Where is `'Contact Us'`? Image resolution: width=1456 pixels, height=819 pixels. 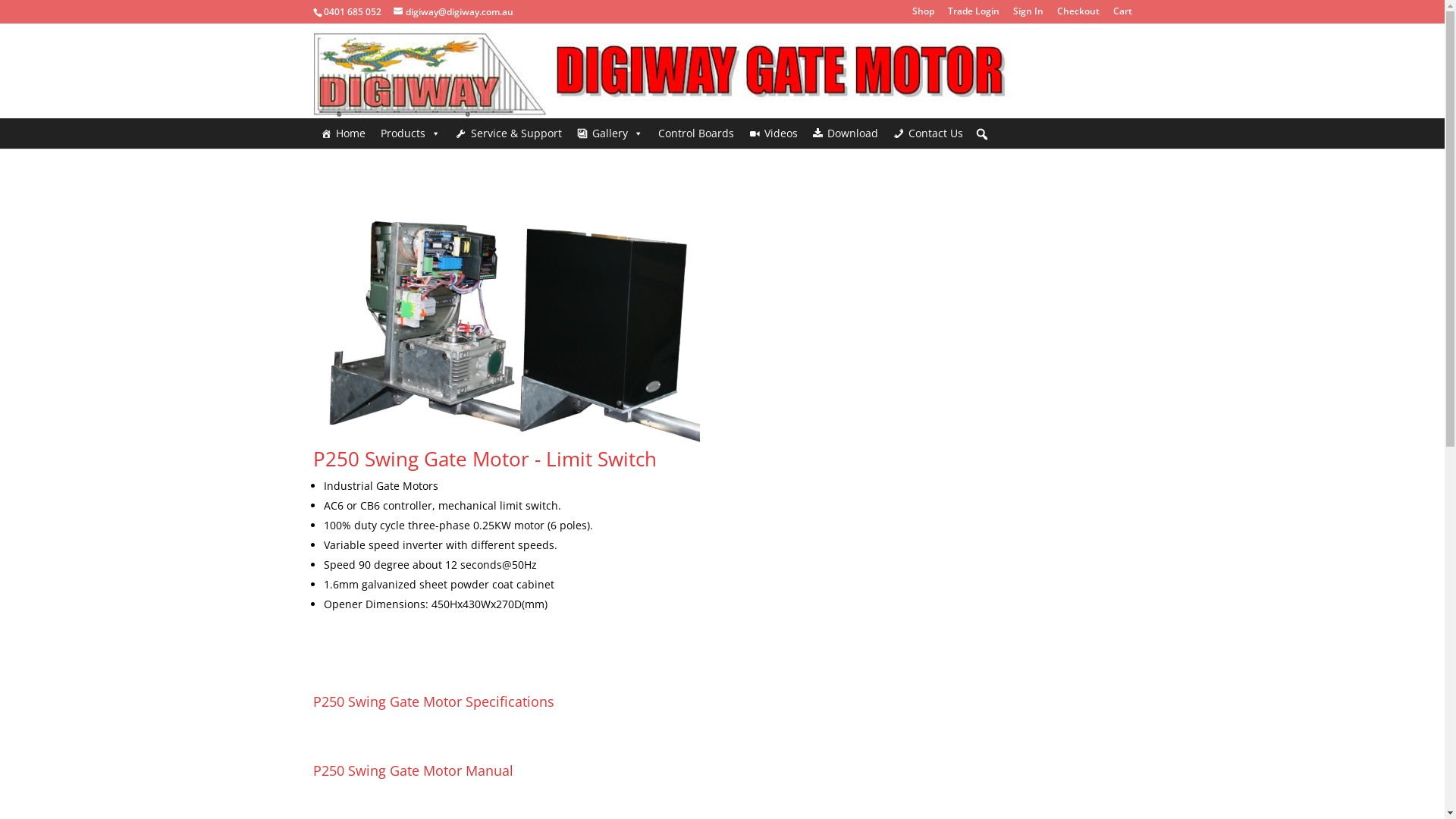 'Contact Us' is located at coordinates (927, 133).